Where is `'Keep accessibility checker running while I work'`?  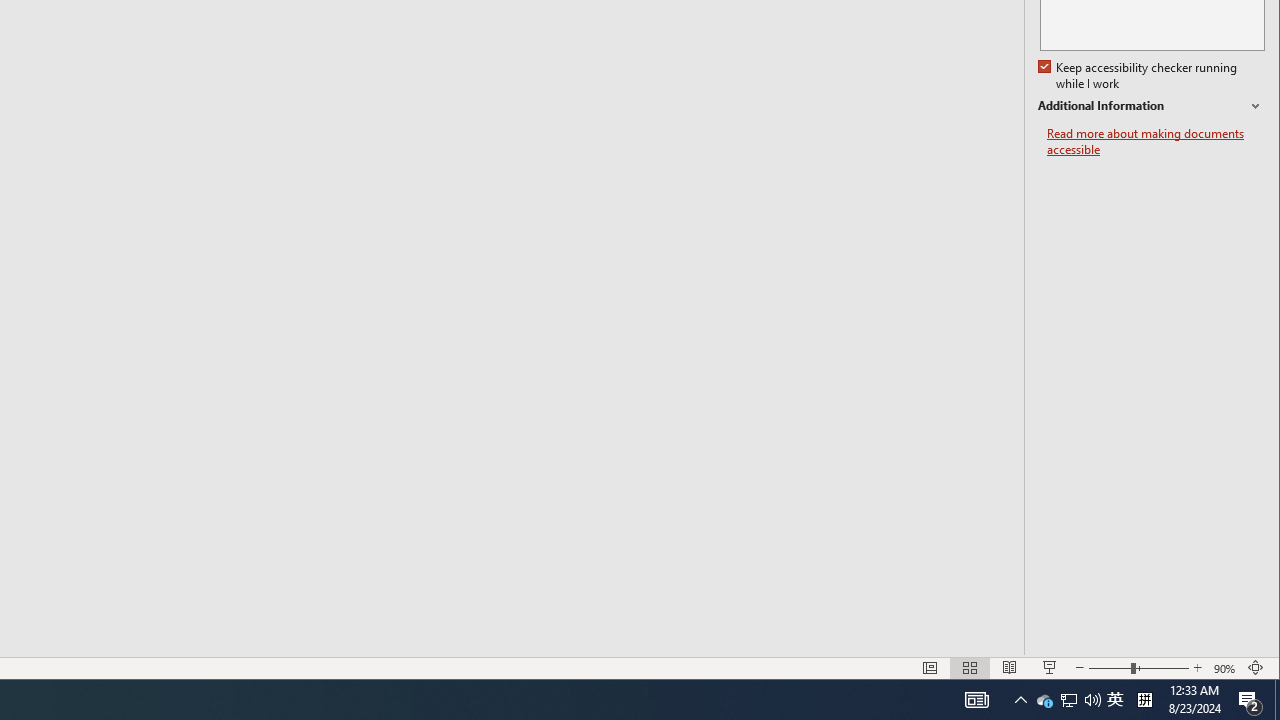
'Keep accessibility checker running while I work' is located at coordinates (1139, 75).